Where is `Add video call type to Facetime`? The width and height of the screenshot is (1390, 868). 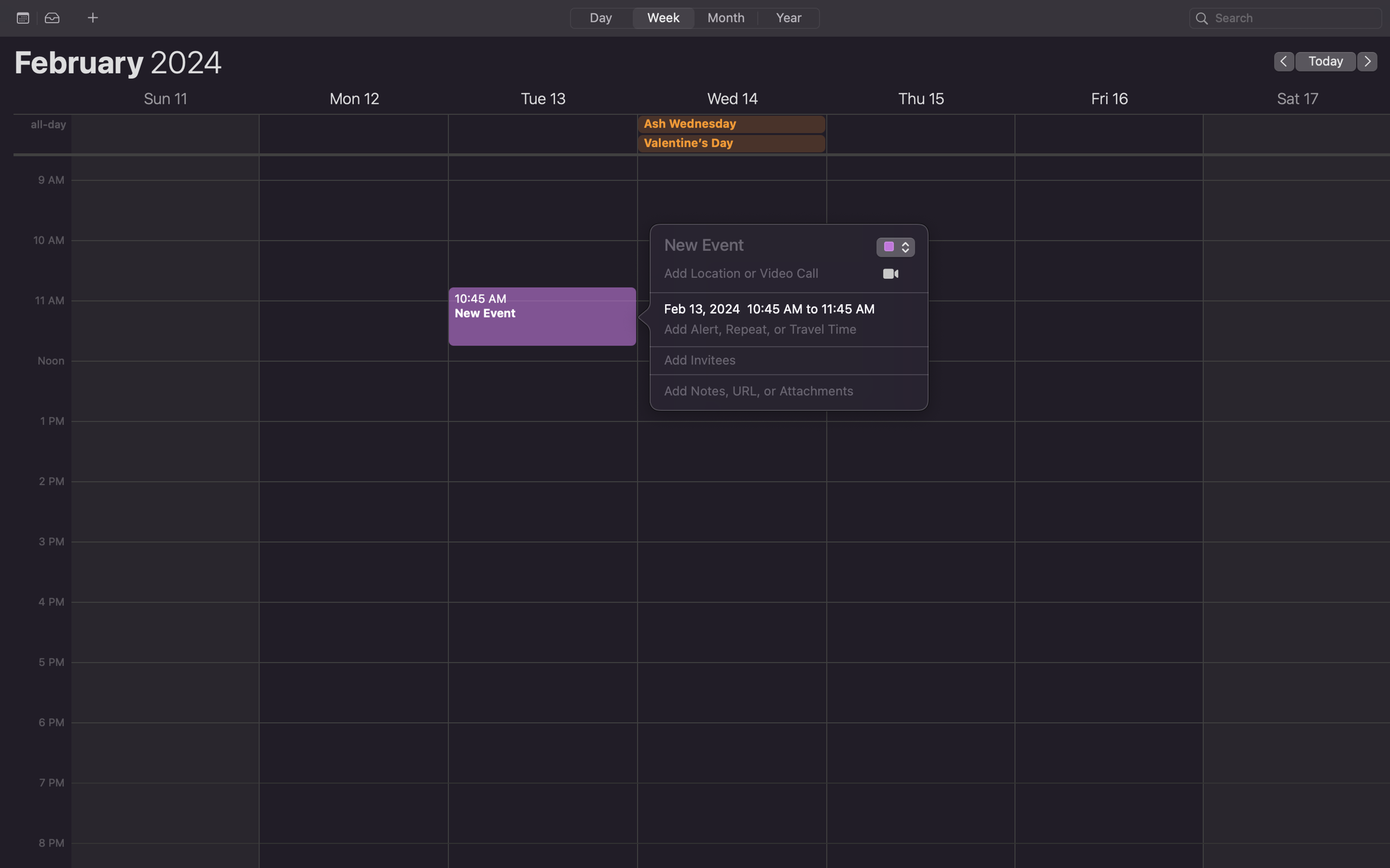 Add video call type to Facetime is located at coordinates (890, 274).